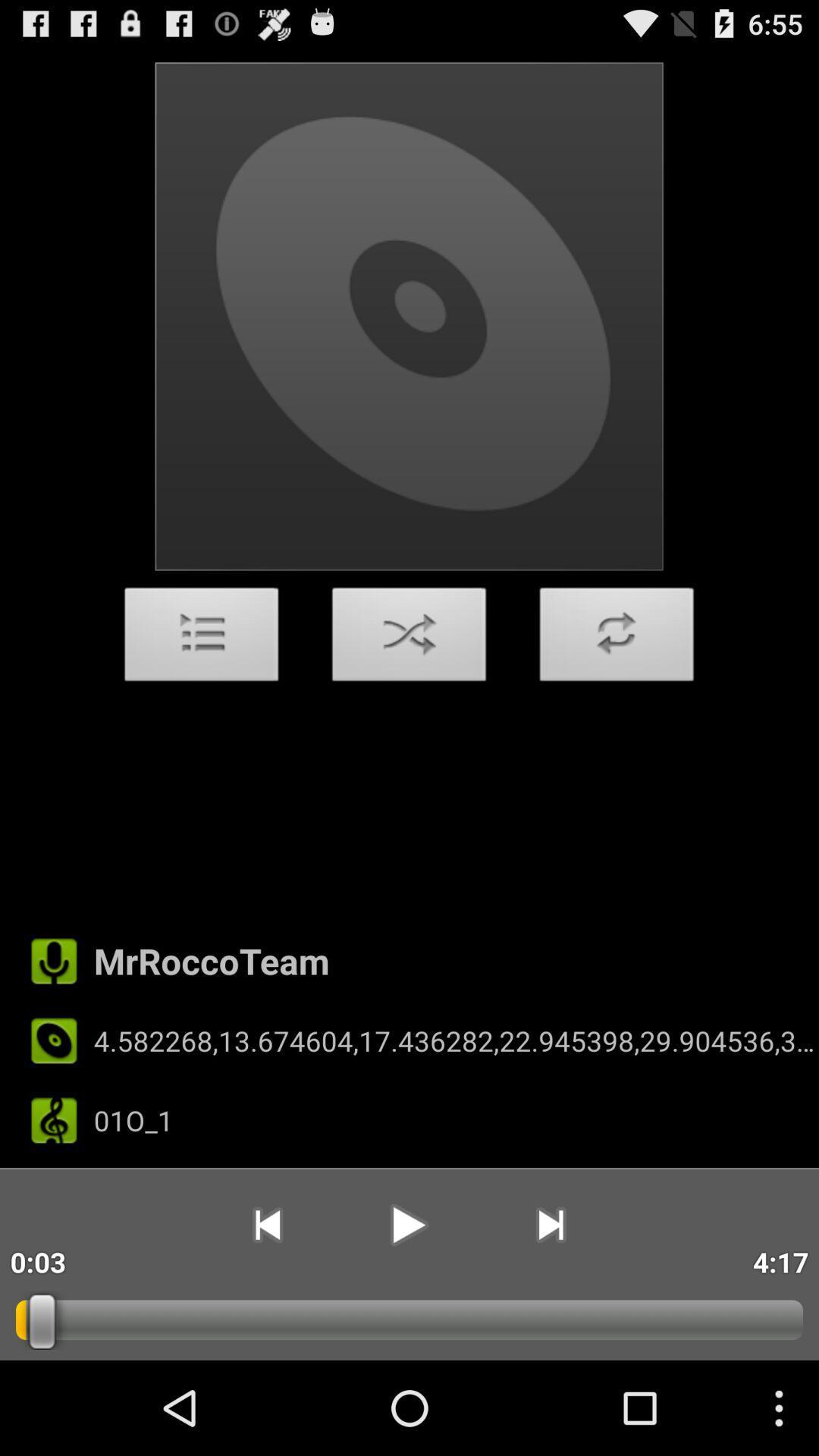 Image resolution: width=819 pixels, height=1456 pixels. I want to click on icon above mrroccoteam icon, so click(617, 639).